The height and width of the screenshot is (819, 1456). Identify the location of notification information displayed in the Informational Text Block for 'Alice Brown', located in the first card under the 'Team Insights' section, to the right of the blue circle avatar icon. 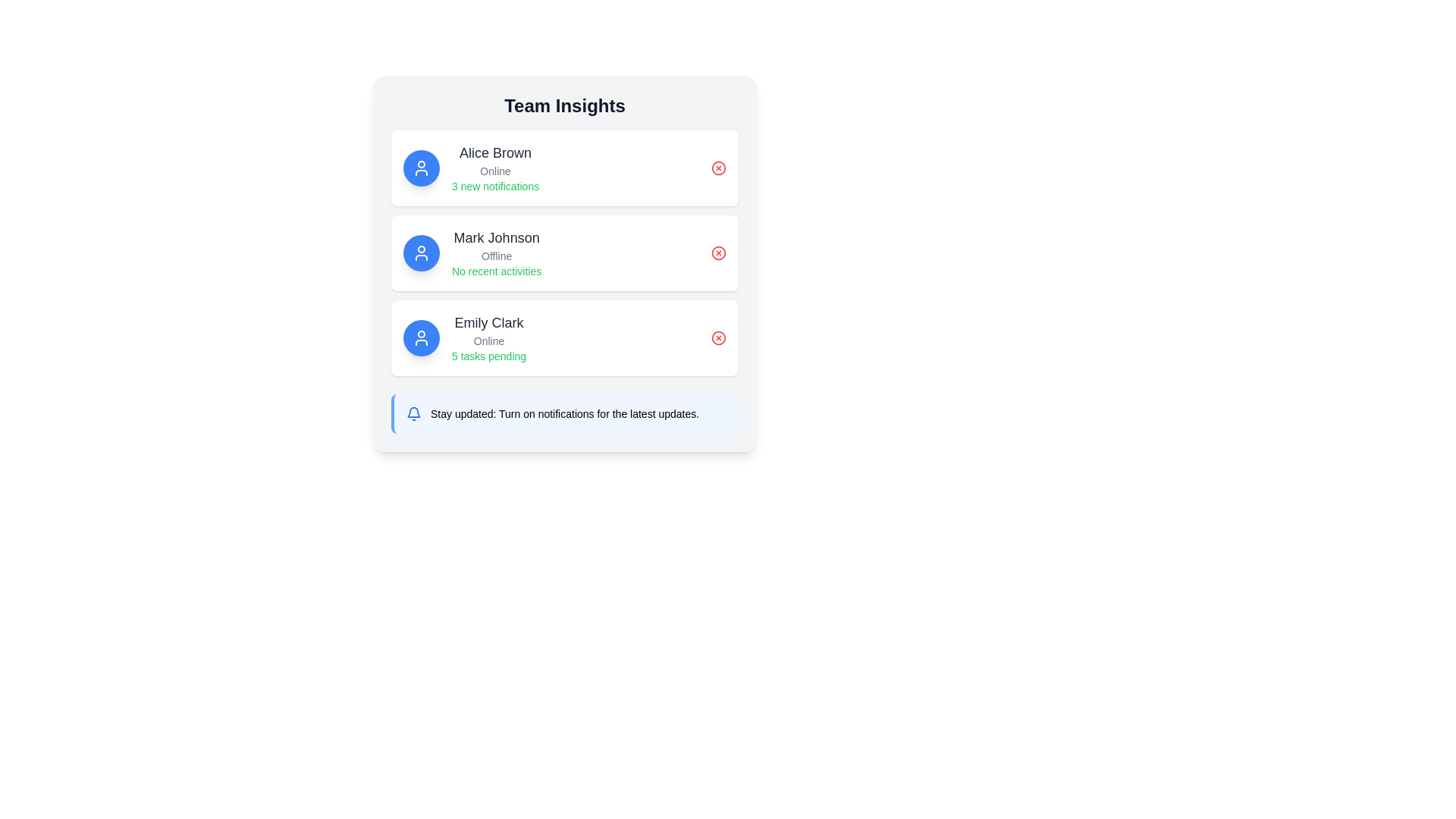
(495, 168).